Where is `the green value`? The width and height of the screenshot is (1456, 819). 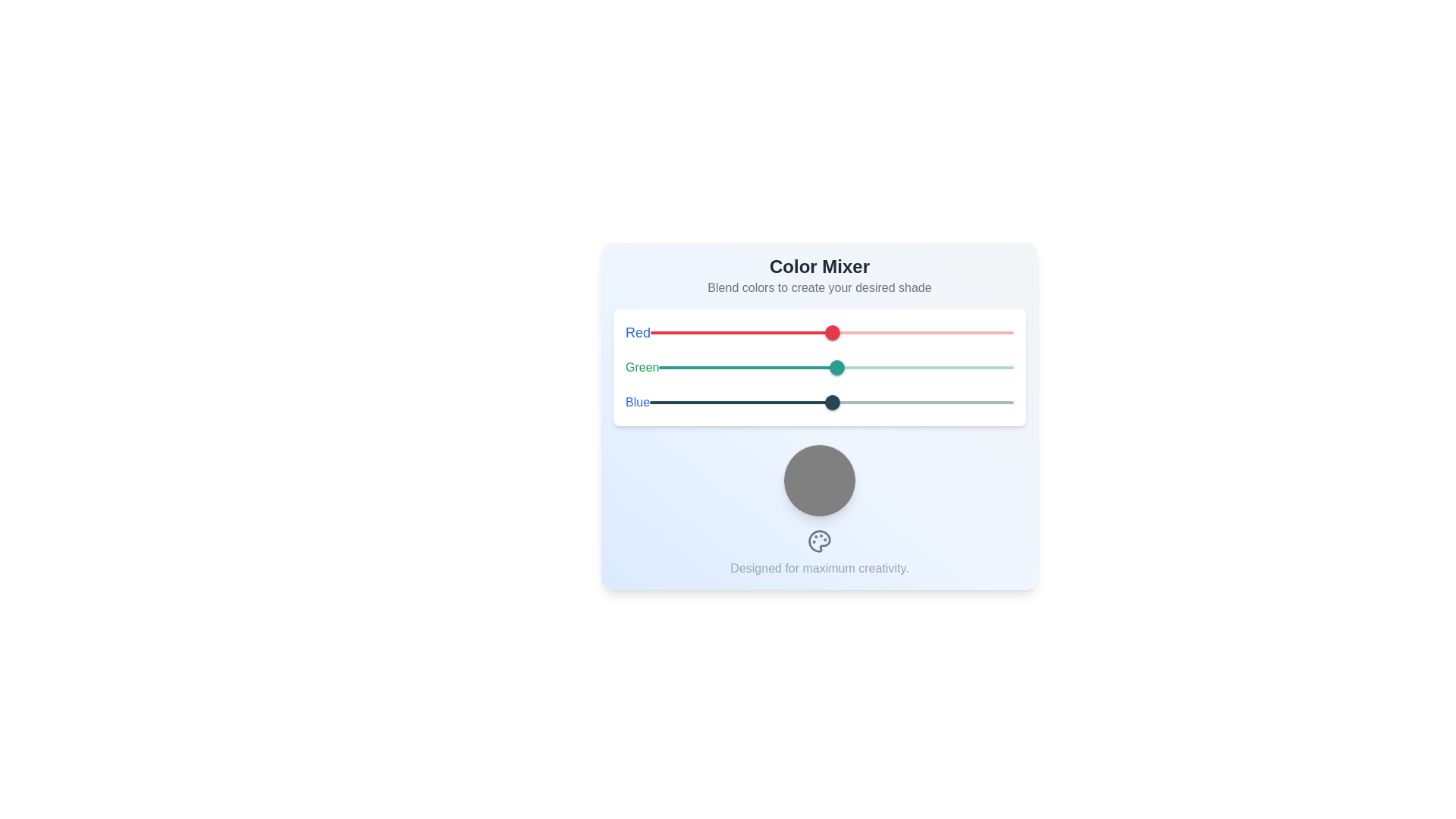
the green value is located at coordinates (746, 368).